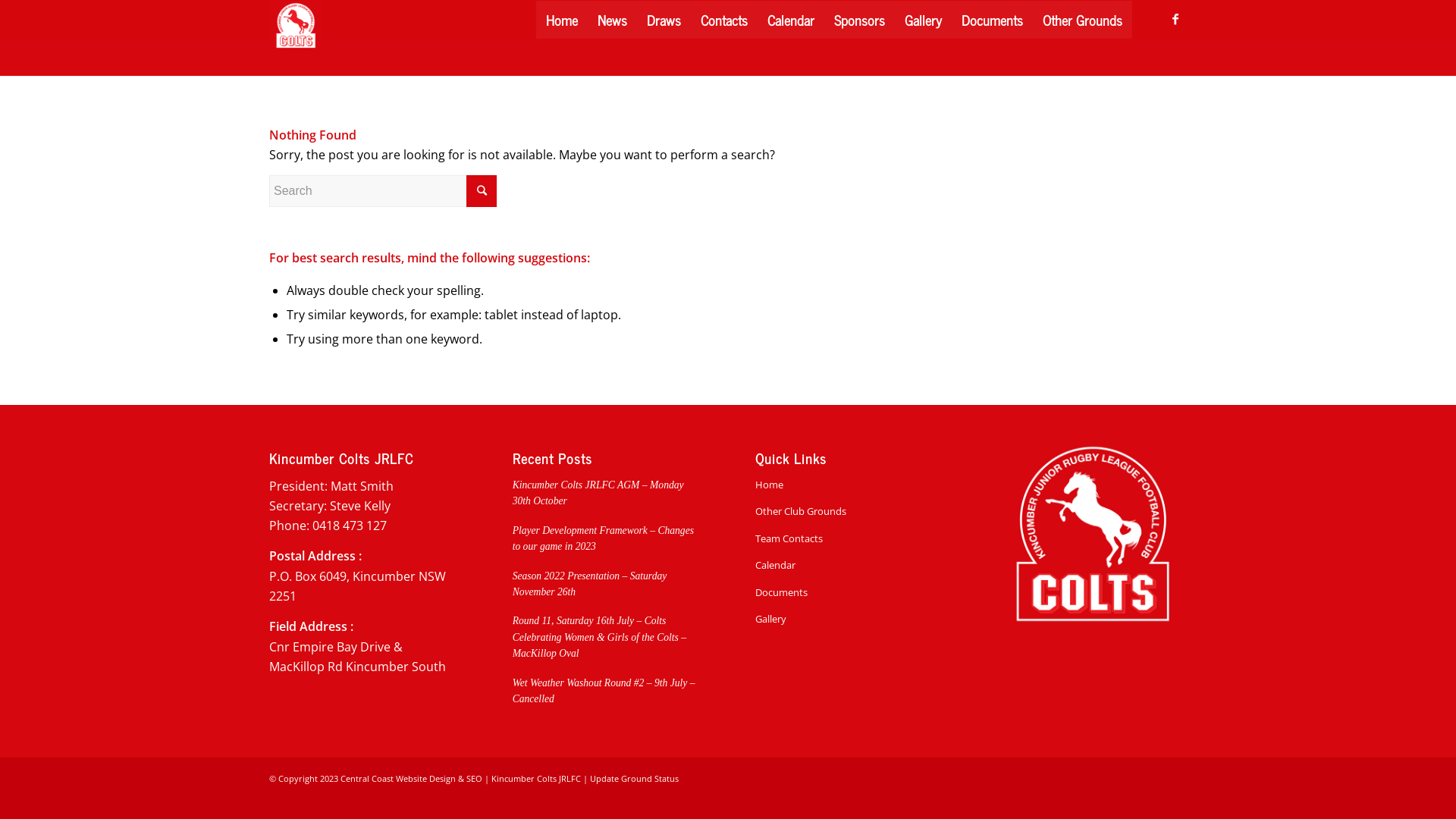 This screenshot has width=1456, height=819. Describe the element at coordinates (848, 538) in the screenshot. I see `'Team Contacts'` at that location.